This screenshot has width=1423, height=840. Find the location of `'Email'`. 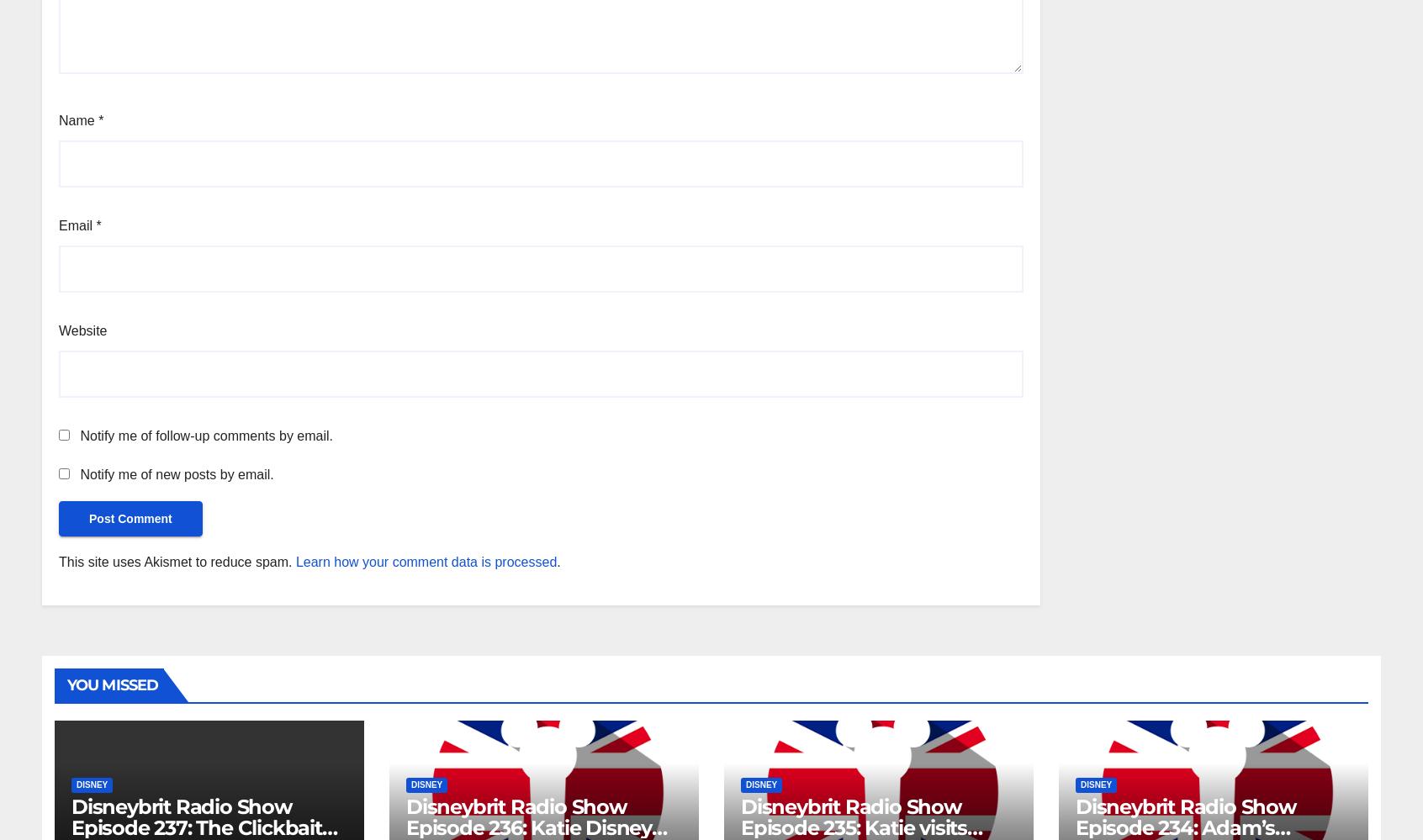

'Email' is located at coordinates (77, 225).